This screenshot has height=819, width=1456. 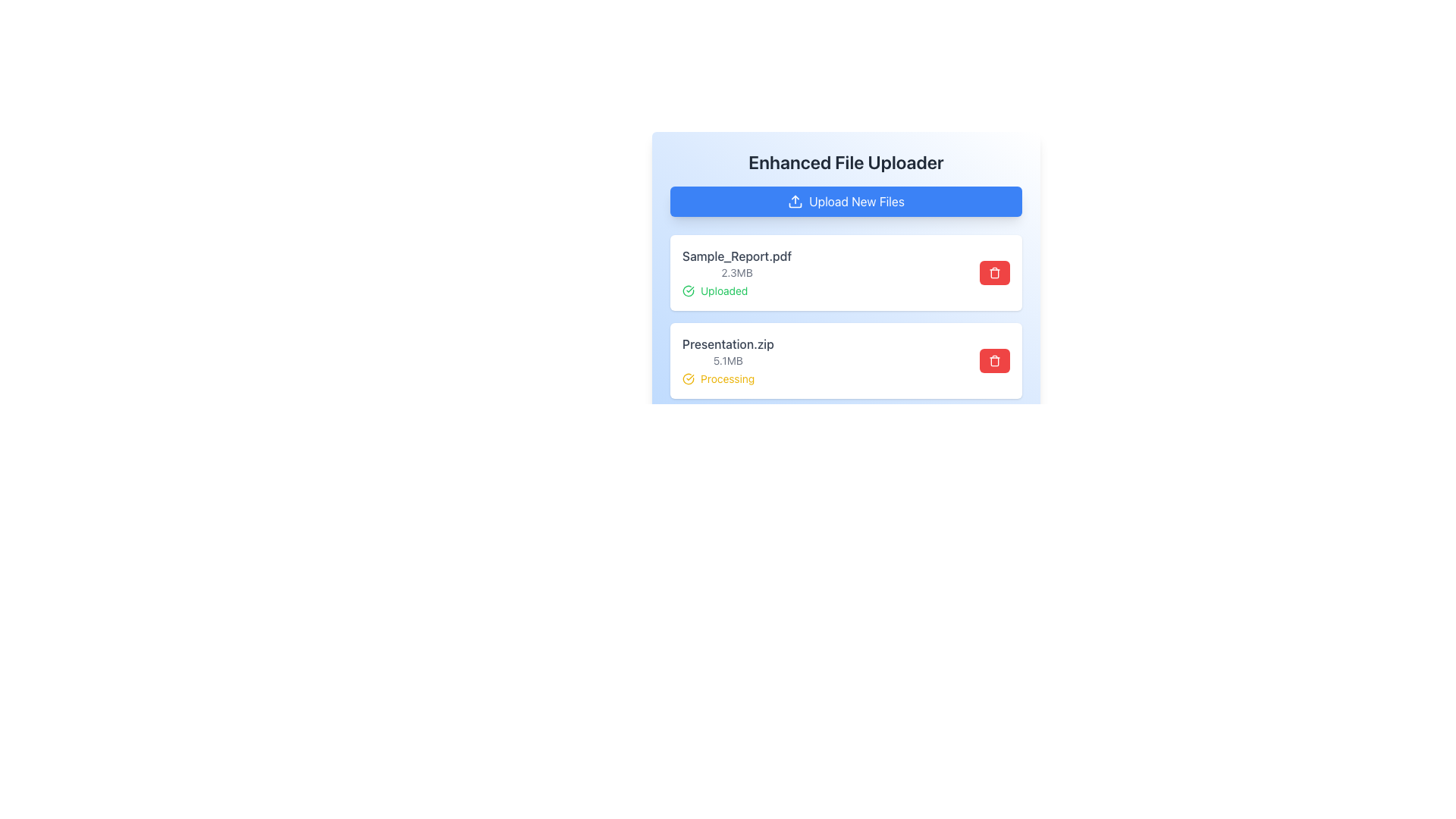 What do you see at coordinates (687, 291) in the screenshot?
I see `the small green circular icon with a checkmark located at the start of the 'Uploaded' status row for the file named 'Sample_Report.pdf'` at bounding box center [687, 291].